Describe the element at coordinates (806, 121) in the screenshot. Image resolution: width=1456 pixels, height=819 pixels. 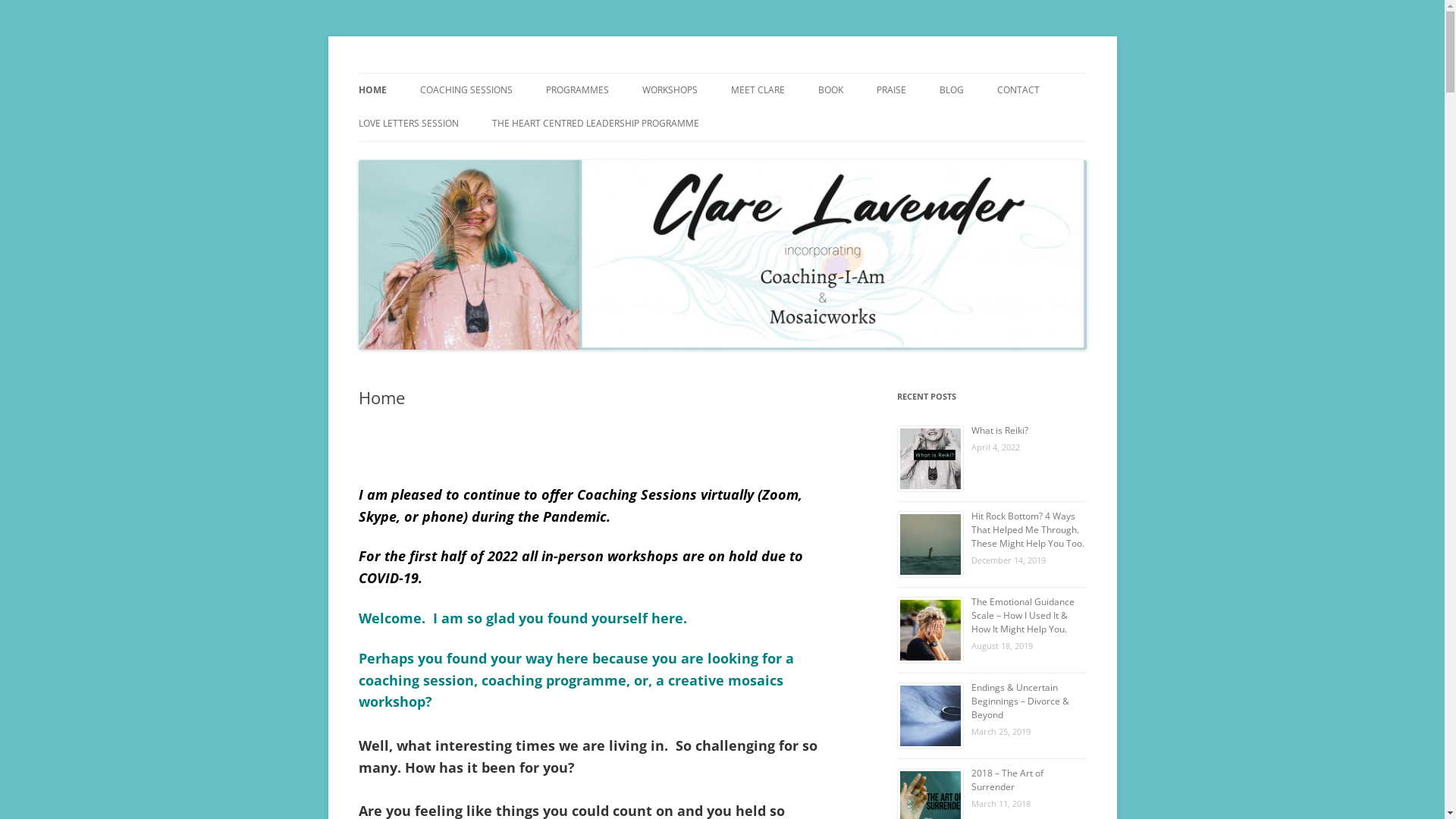
I see `'MY TRAINING'` at that location.